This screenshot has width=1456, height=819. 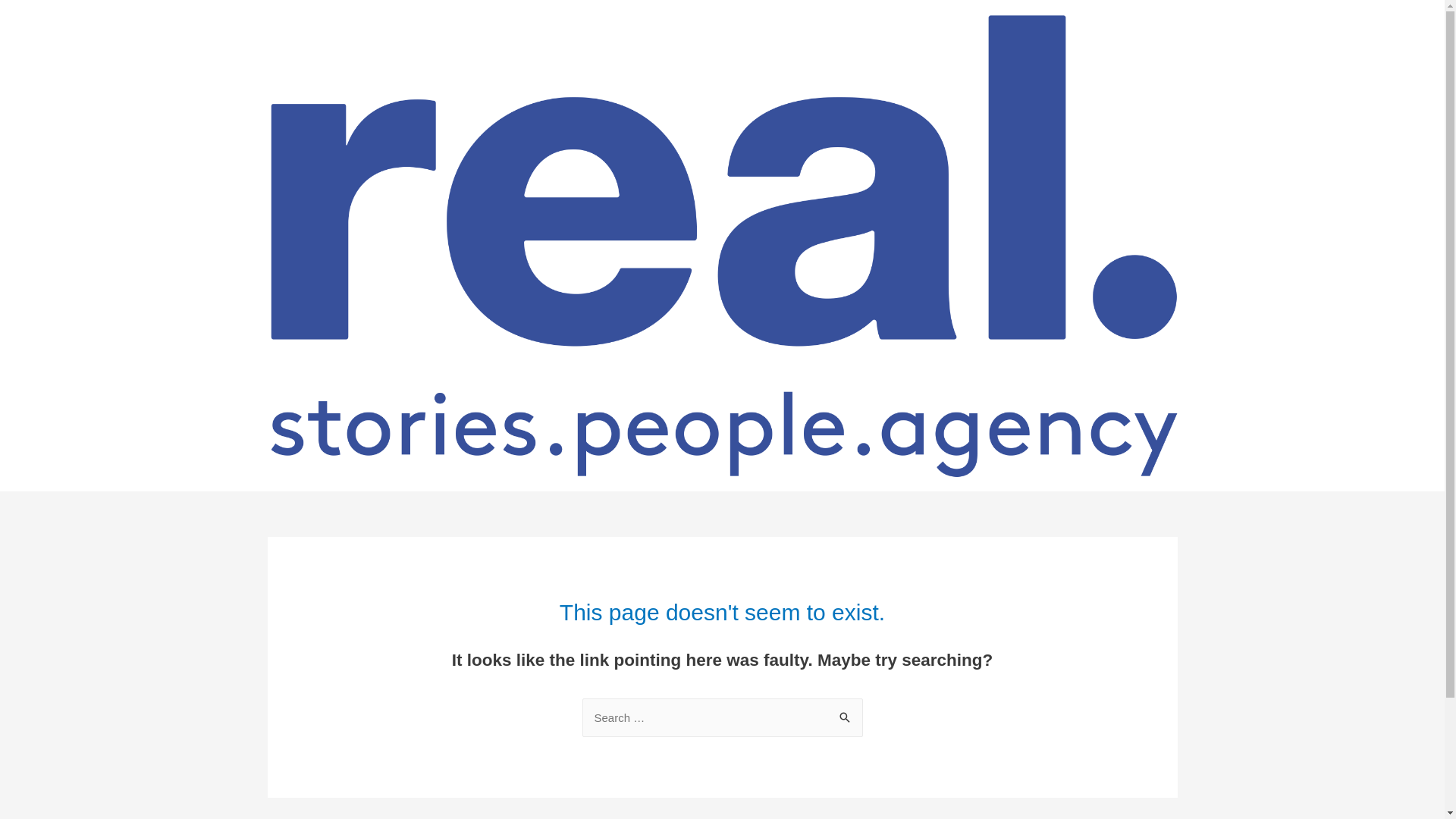 I want to click on 'Search', so click(x=844, y=718).